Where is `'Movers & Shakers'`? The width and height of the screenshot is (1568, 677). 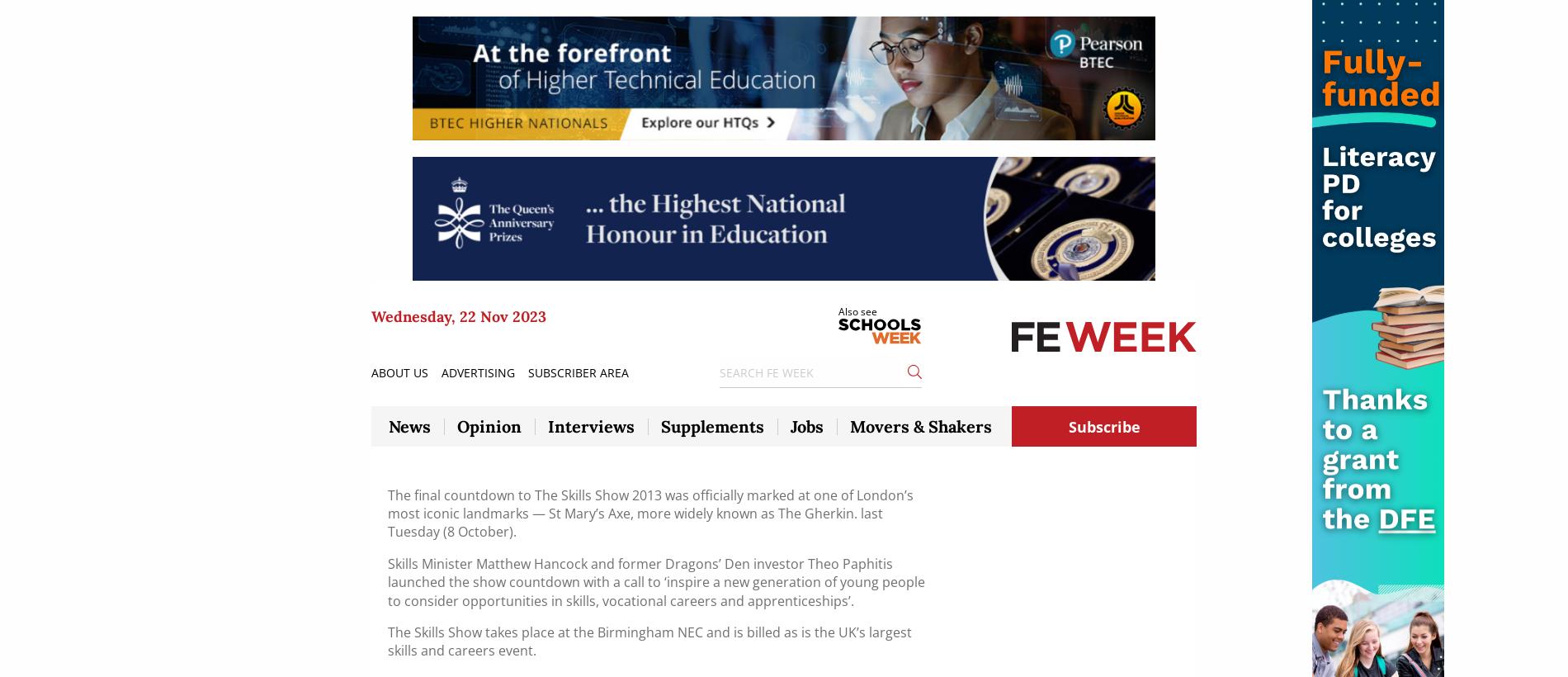
'Movers & Shakers' is located at coordinates (849, 424).